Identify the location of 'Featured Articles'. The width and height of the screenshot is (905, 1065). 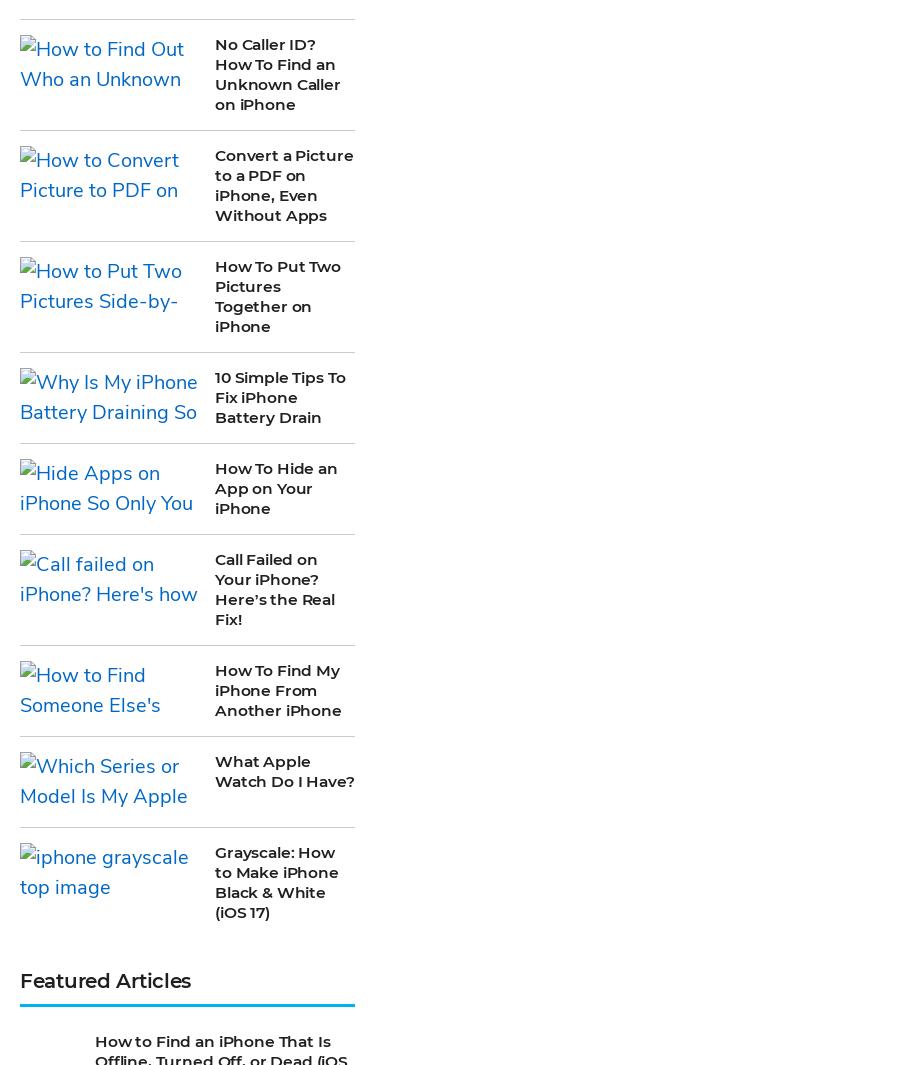
(104, 391).